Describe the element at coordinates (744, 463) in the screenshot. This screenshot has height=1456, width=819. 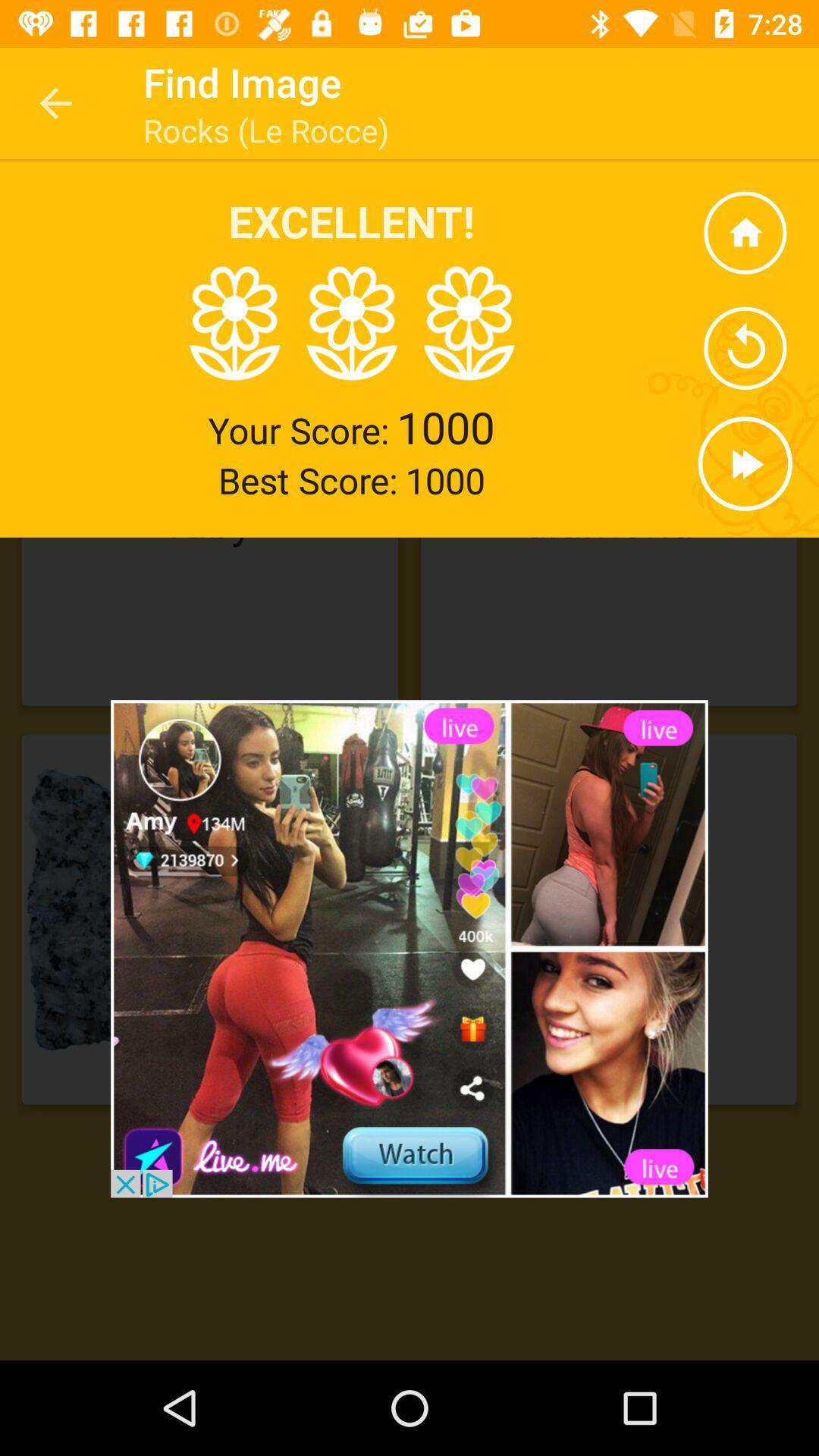
I see `the av_forward icon` at that location.